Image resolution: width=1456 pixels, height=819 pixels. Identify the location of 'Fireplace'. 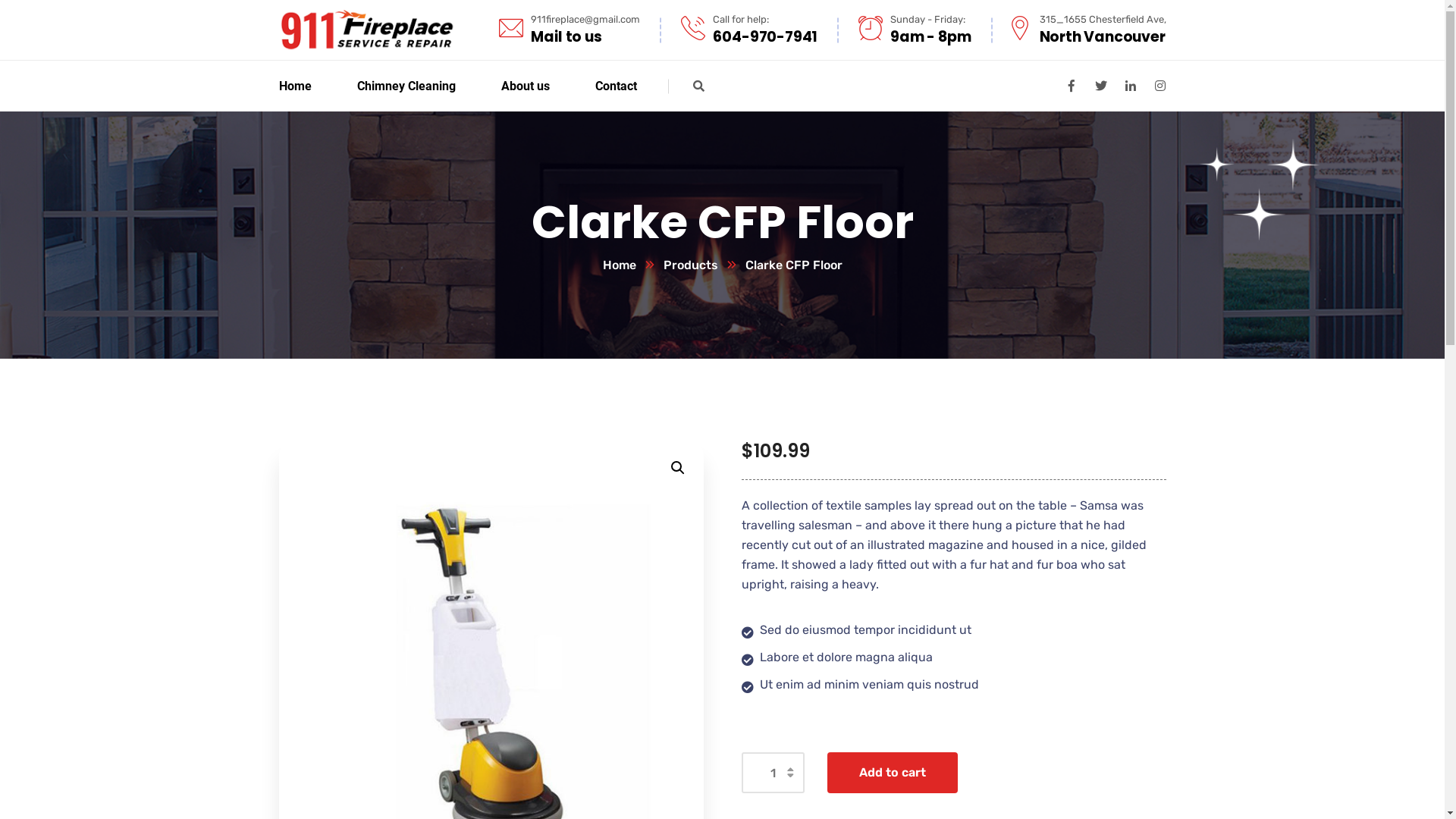
(367, 29).